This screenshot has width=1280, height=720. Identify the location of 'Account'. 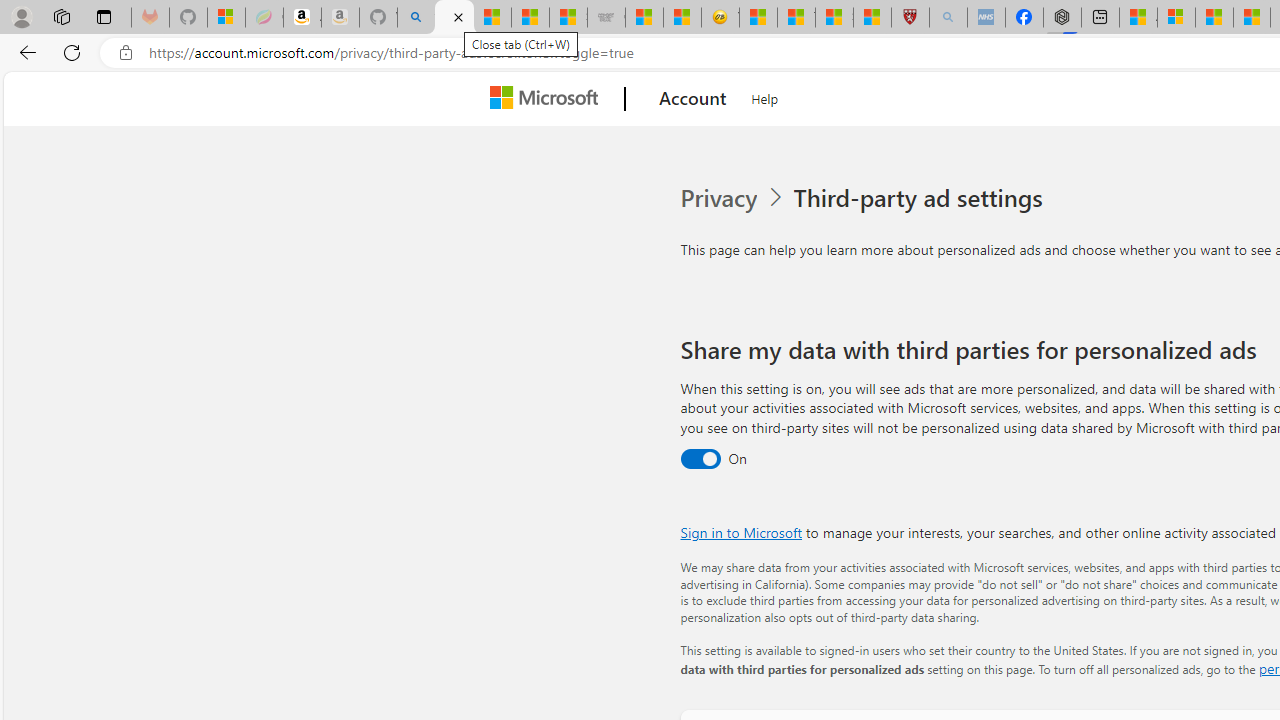
(693, 99).